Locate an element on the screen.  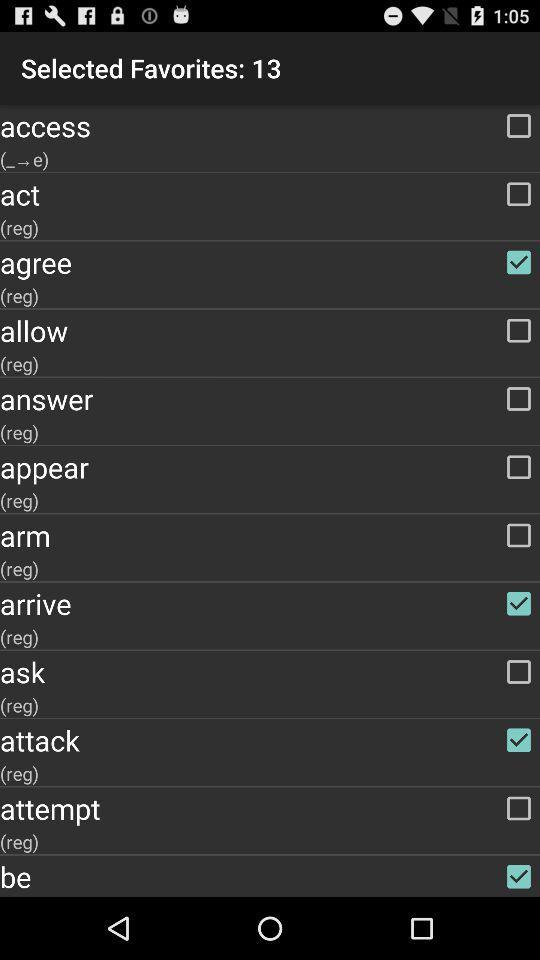
item below the (reg)  icon is located at coordinates (270, 808).